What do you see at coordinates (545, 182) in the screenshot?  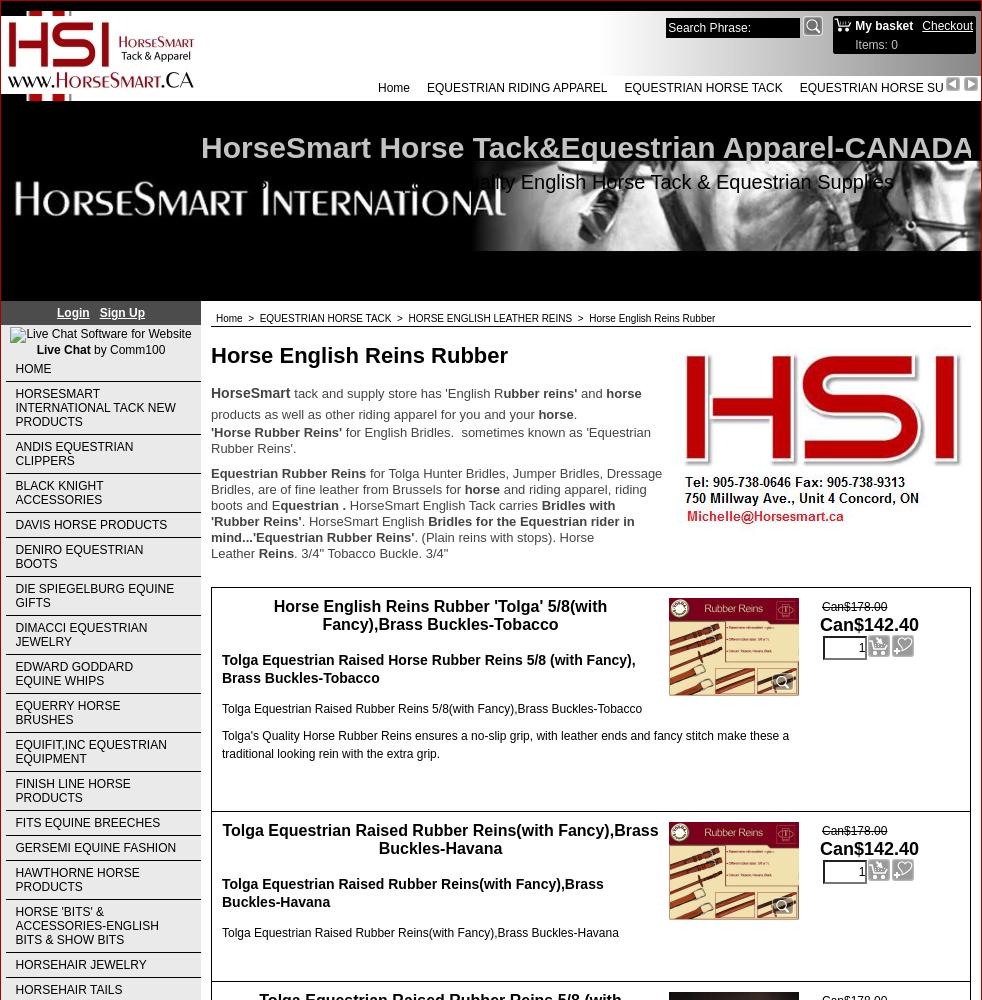 I see `'HorseSmart Tack & Apparel-Quality English Horse Tack & Equestrian Supplies'` at bounding box center [545, 182].